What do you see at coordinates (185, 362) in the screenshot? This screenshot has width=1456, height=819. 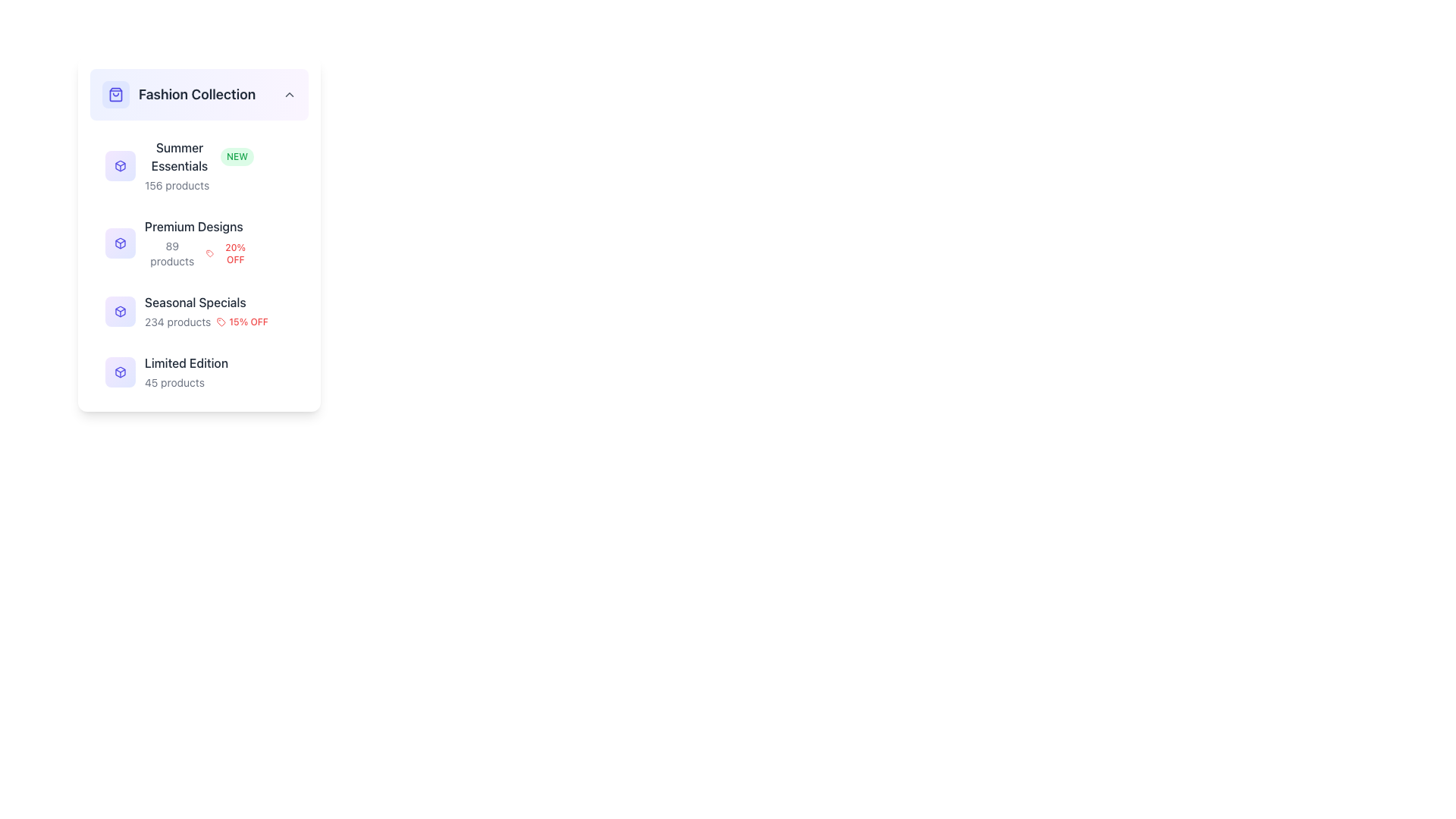 I see `the 'Limited Edition' category label, which is the fourth item in the vertical list under 'Fashion Collection', located between 'Seasonal Specials' and the product count label` at bounding box center [185, 362].